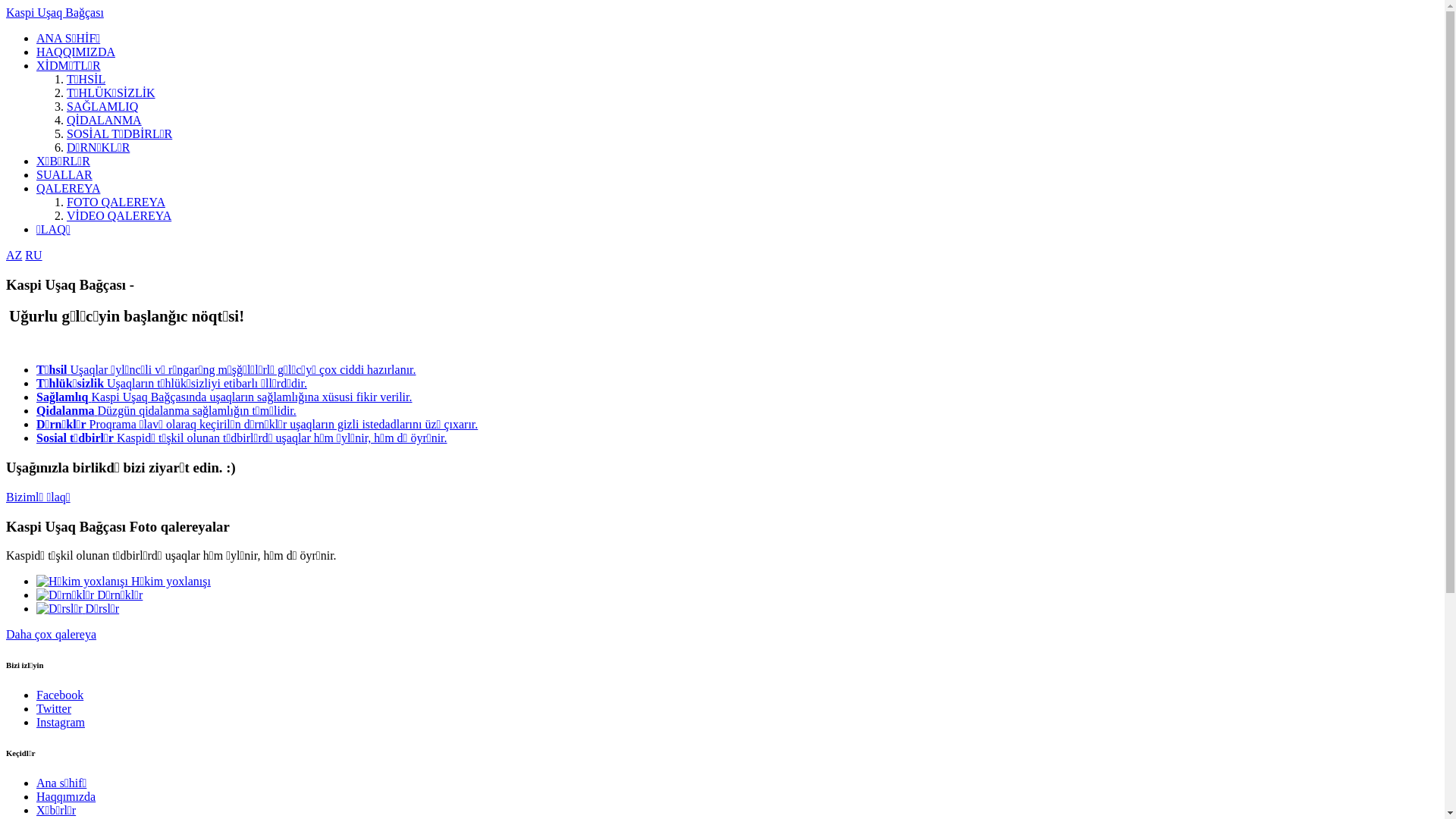 This screenshot has width=1456, height=819. Describe the element at coordinates (75, 51) in the screenshot. I see `'HAQQIMIZDA'` at that location.